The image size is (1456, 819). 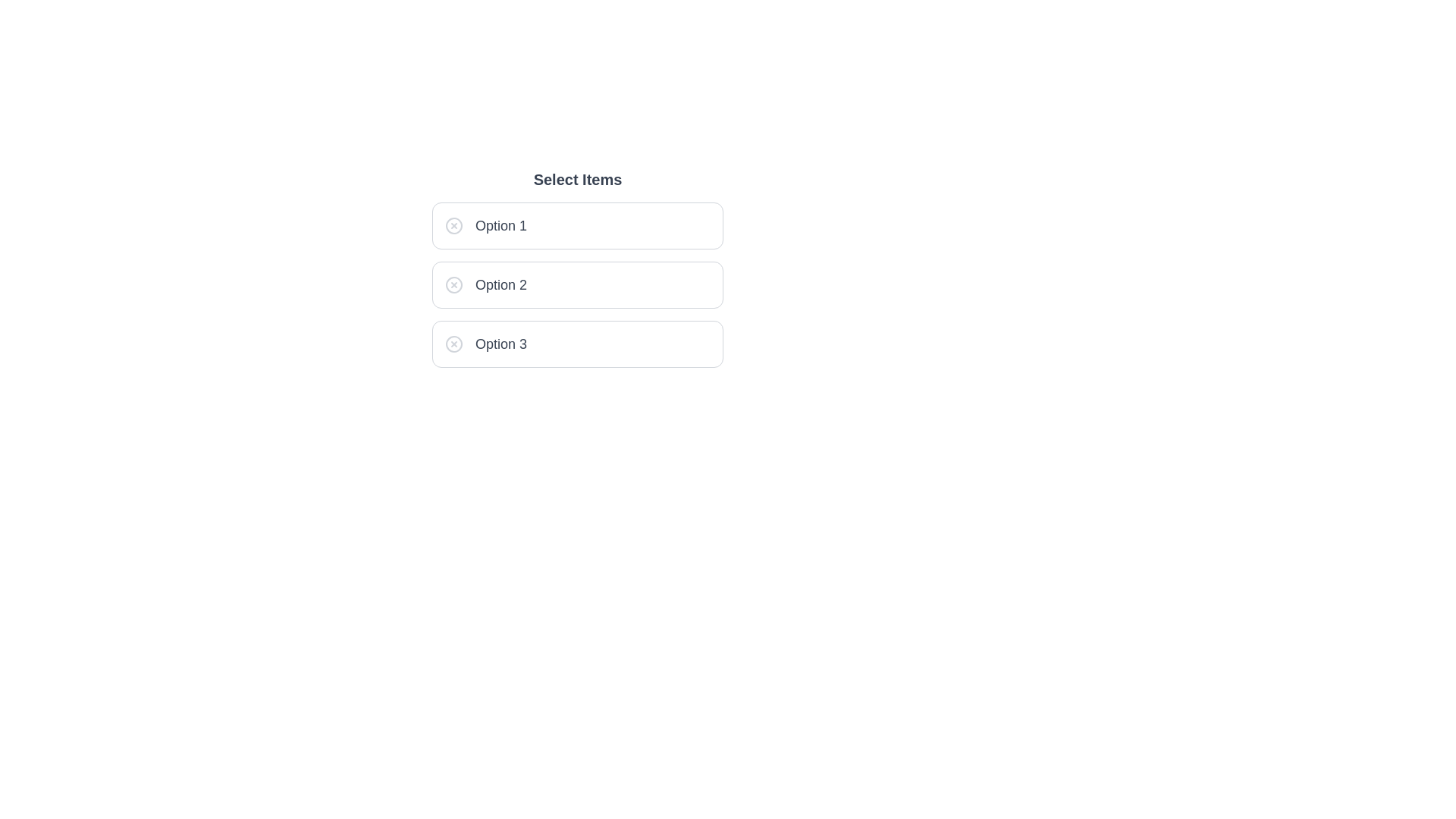 I want to click on the first selectable option box labeled 'Option 1', so click(x=577, y=225).